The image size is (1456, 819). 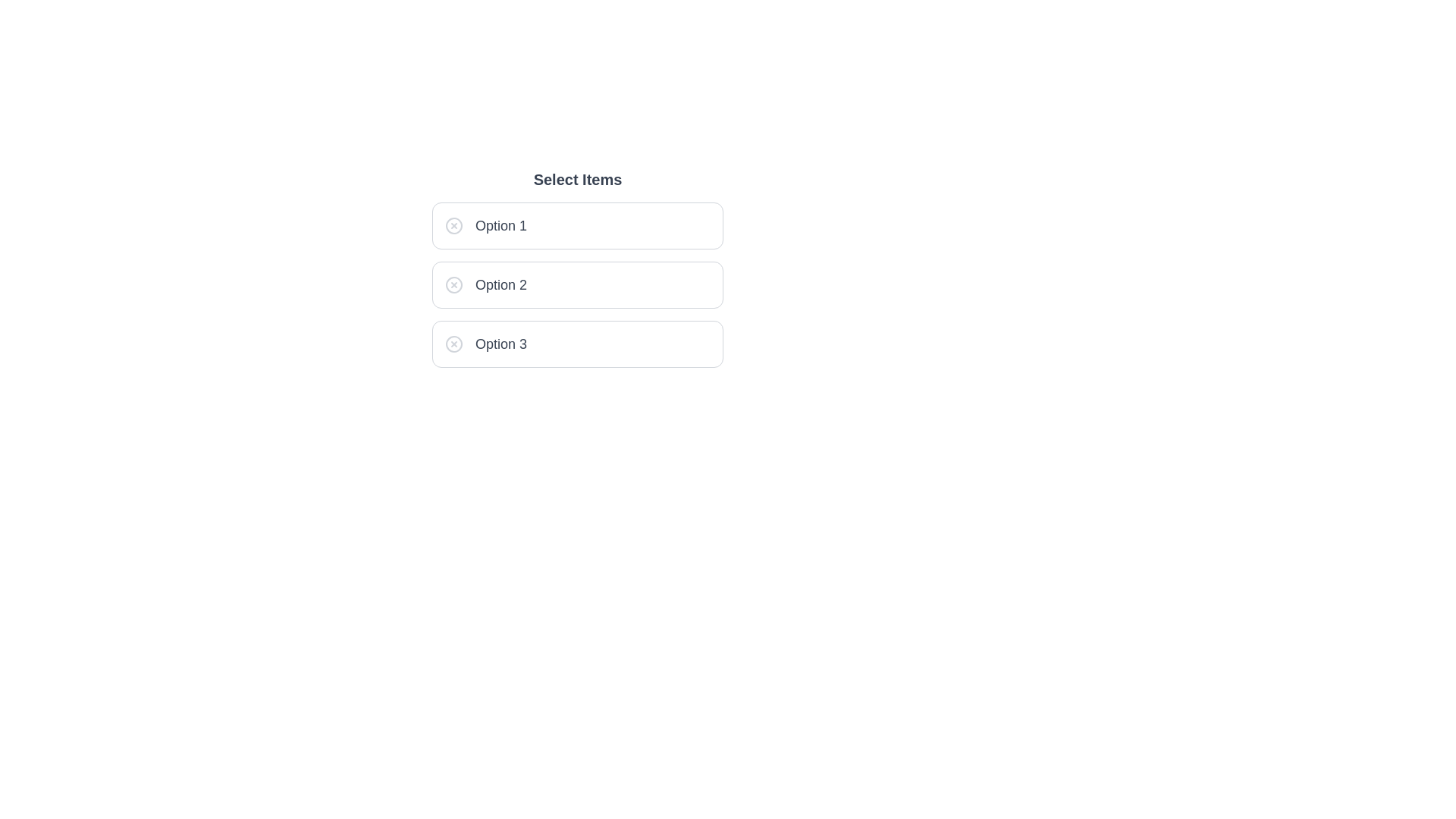 I want to click on the first selectable option box labeled 'Option 1', so click(x=577, y=225).